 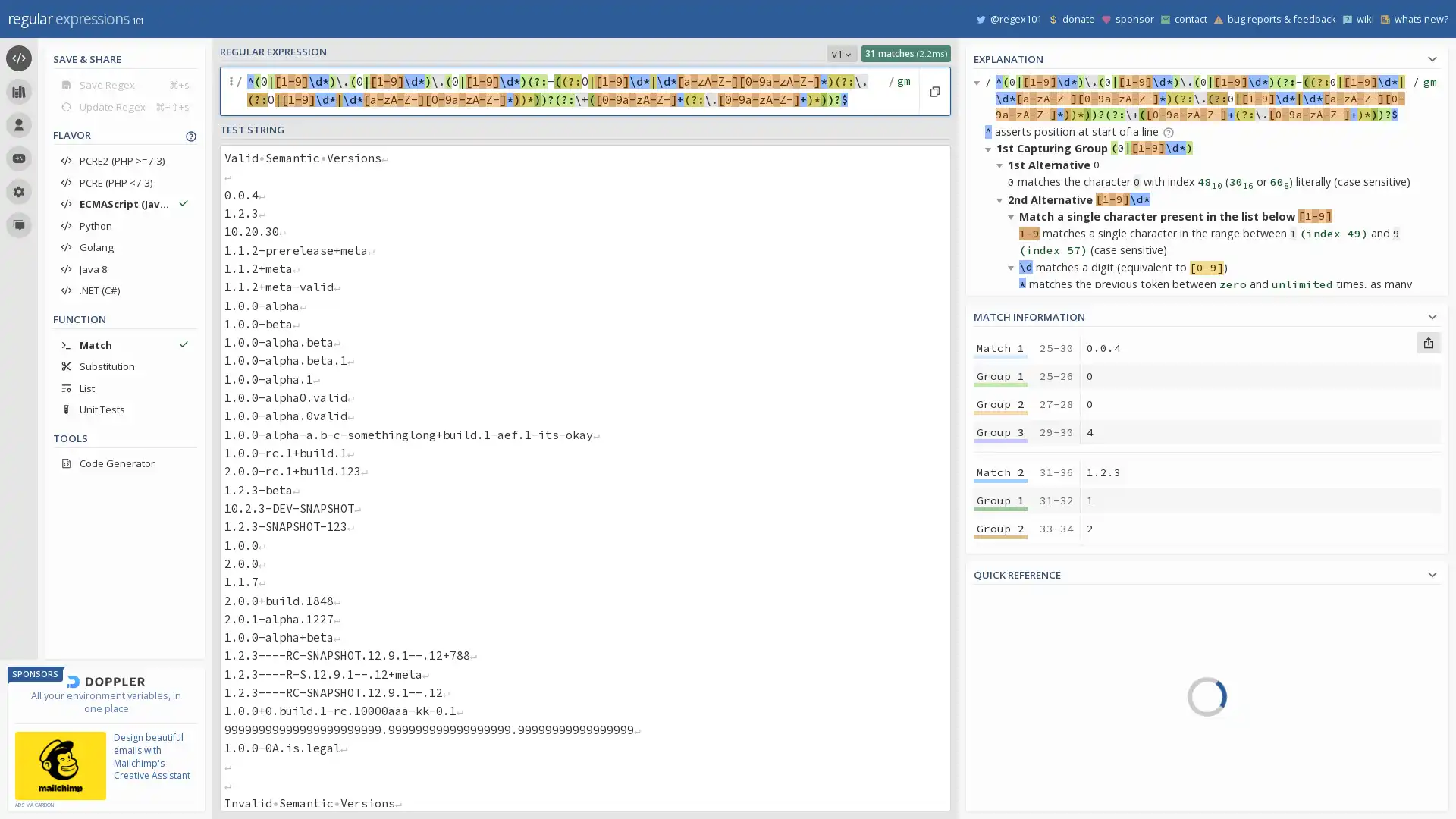 What do you see at coordinates (1013, 216) in the screenshot?
I see `Collapse Subtree` at bounding box center [1013, 216].